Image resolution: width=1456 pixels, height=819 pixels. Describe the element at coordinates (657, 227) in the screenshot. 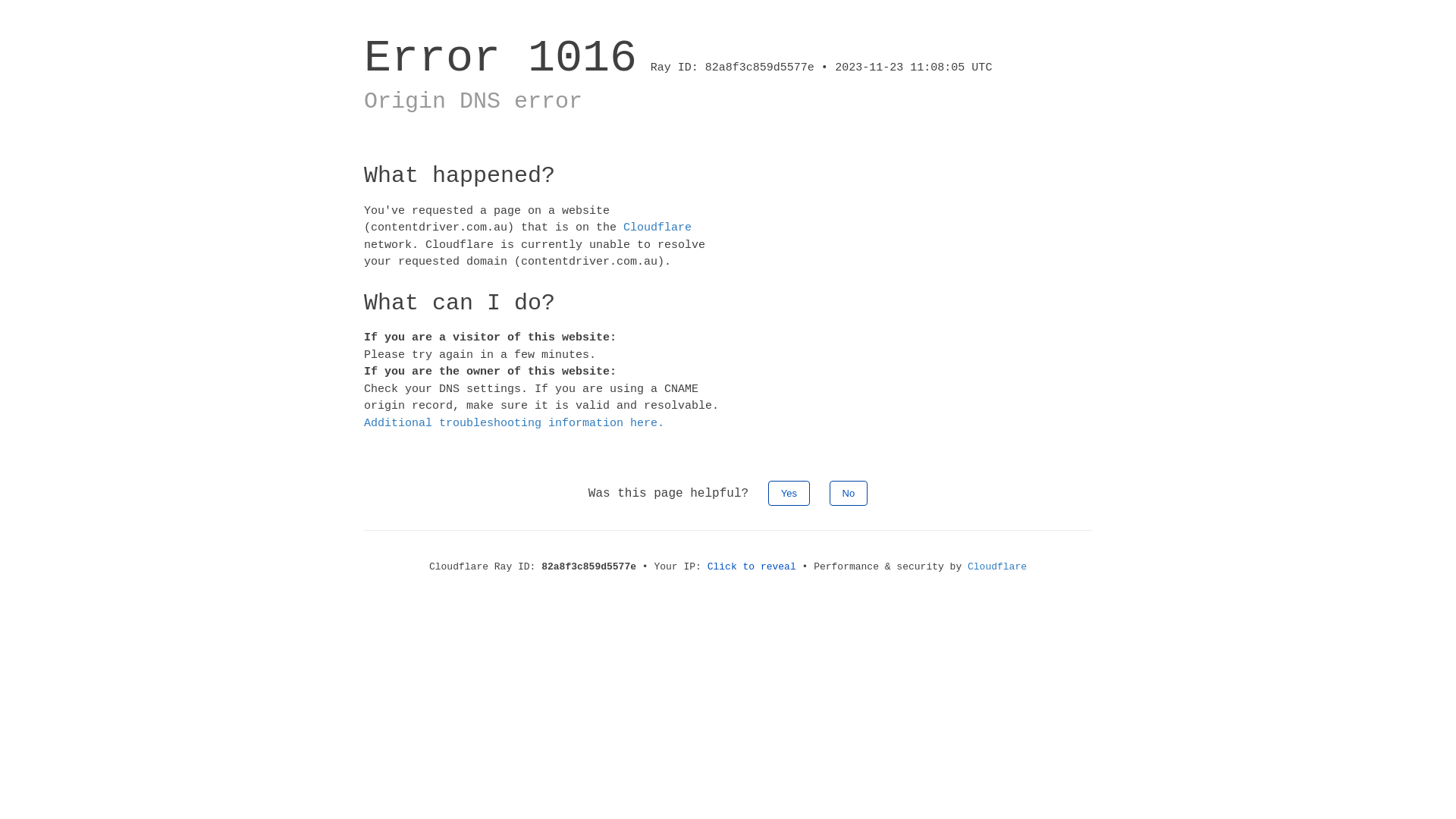

I see `'Cloudflare'` at that location.